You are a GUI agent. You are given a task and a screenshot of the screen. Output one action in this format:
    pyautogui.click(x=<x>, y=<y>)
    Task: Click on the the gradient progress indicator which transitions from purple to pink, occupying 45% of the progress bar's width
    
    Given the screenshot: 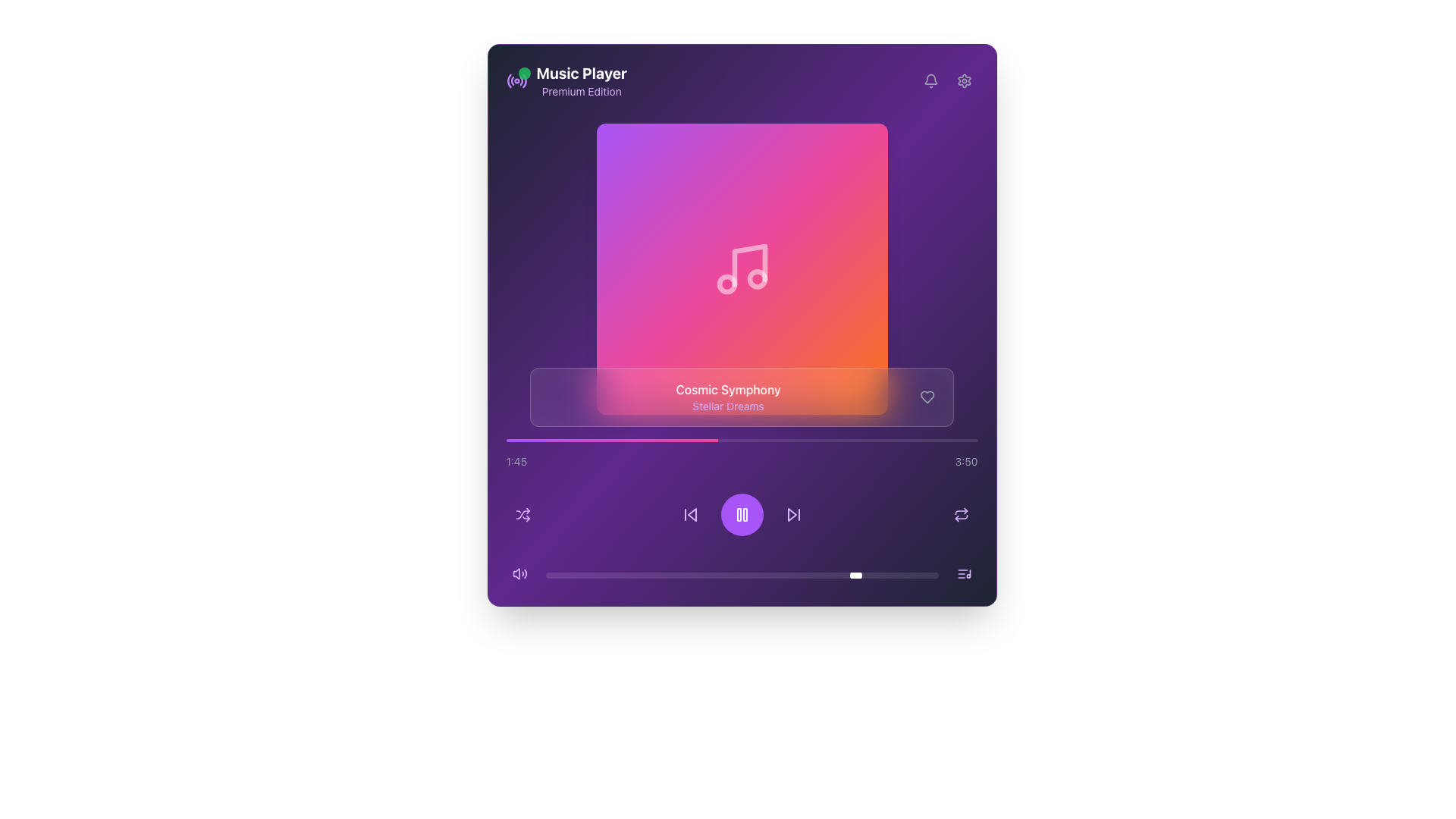 What is the action you would take?
    pyautogui.click(x=612, y=441)
    